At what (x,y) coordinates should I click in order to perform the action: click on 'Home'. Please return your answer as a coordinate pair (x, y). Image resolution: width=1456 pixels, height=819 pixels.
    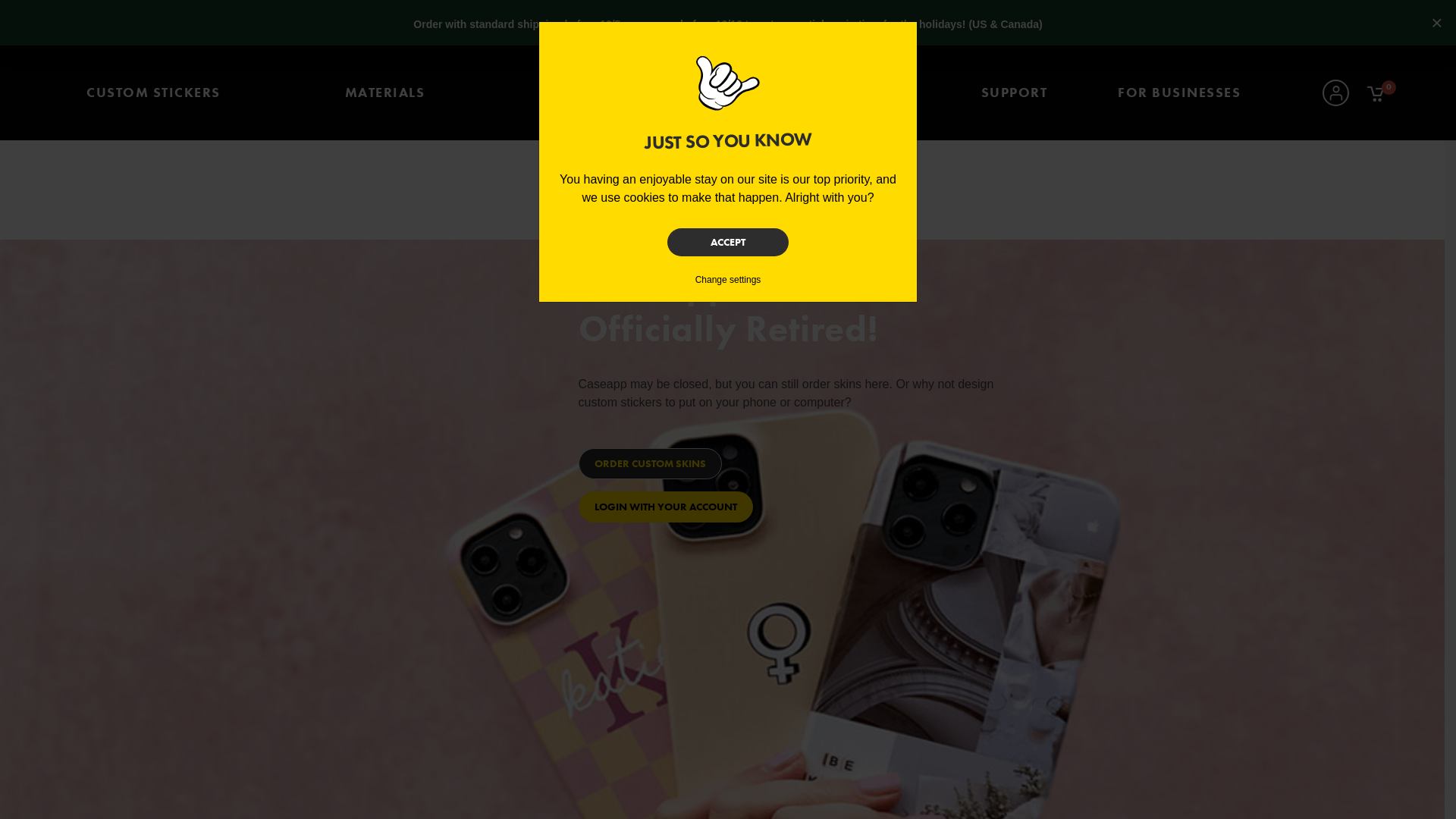
    Looking at the image, I should click on (677, 93).